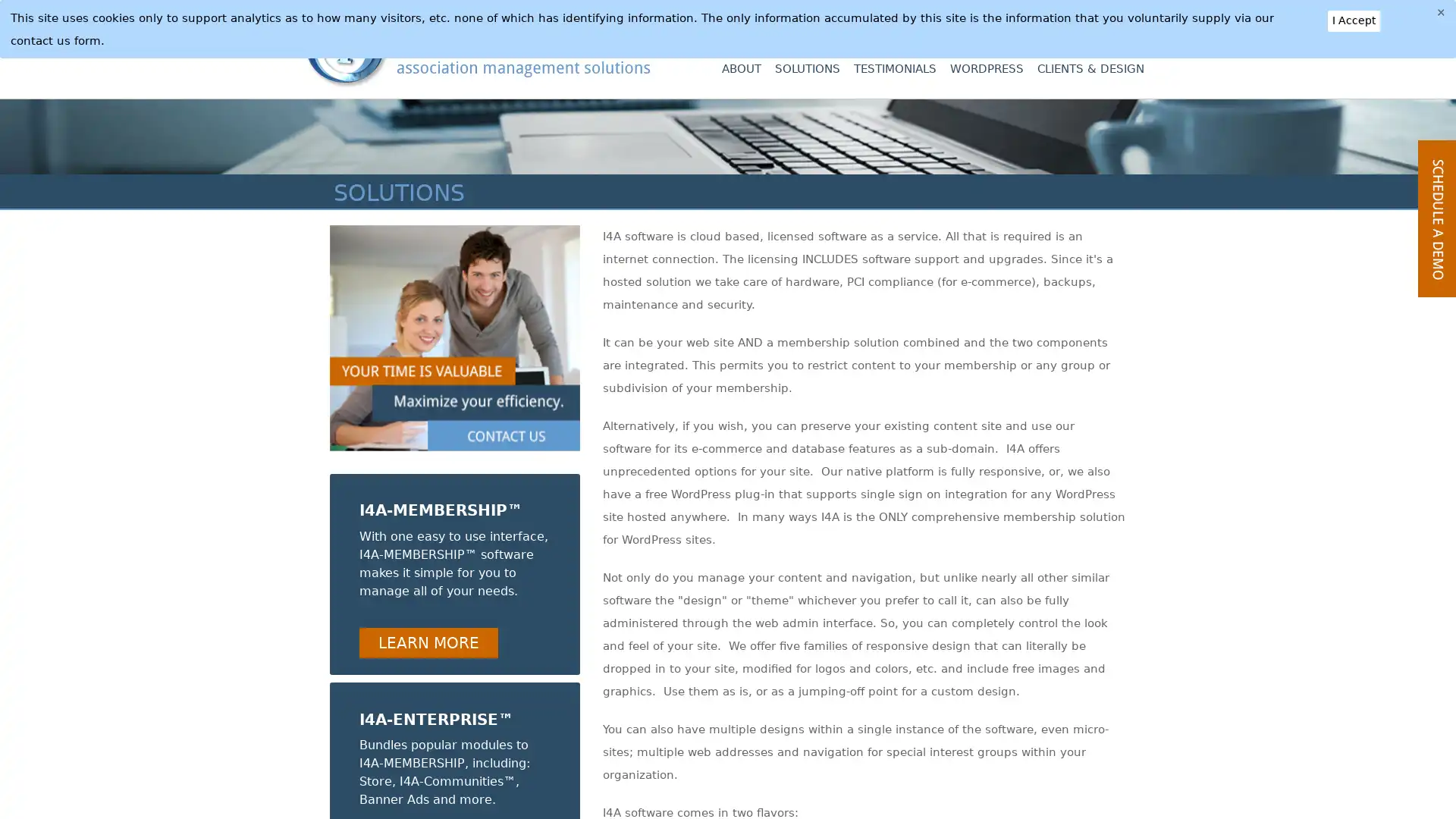 The height and width of the screenshot is (819, 1456). What do you see at coordinates (1440, 11) in the screenshot?
I see `Close` at bounding box center [1440, 11].